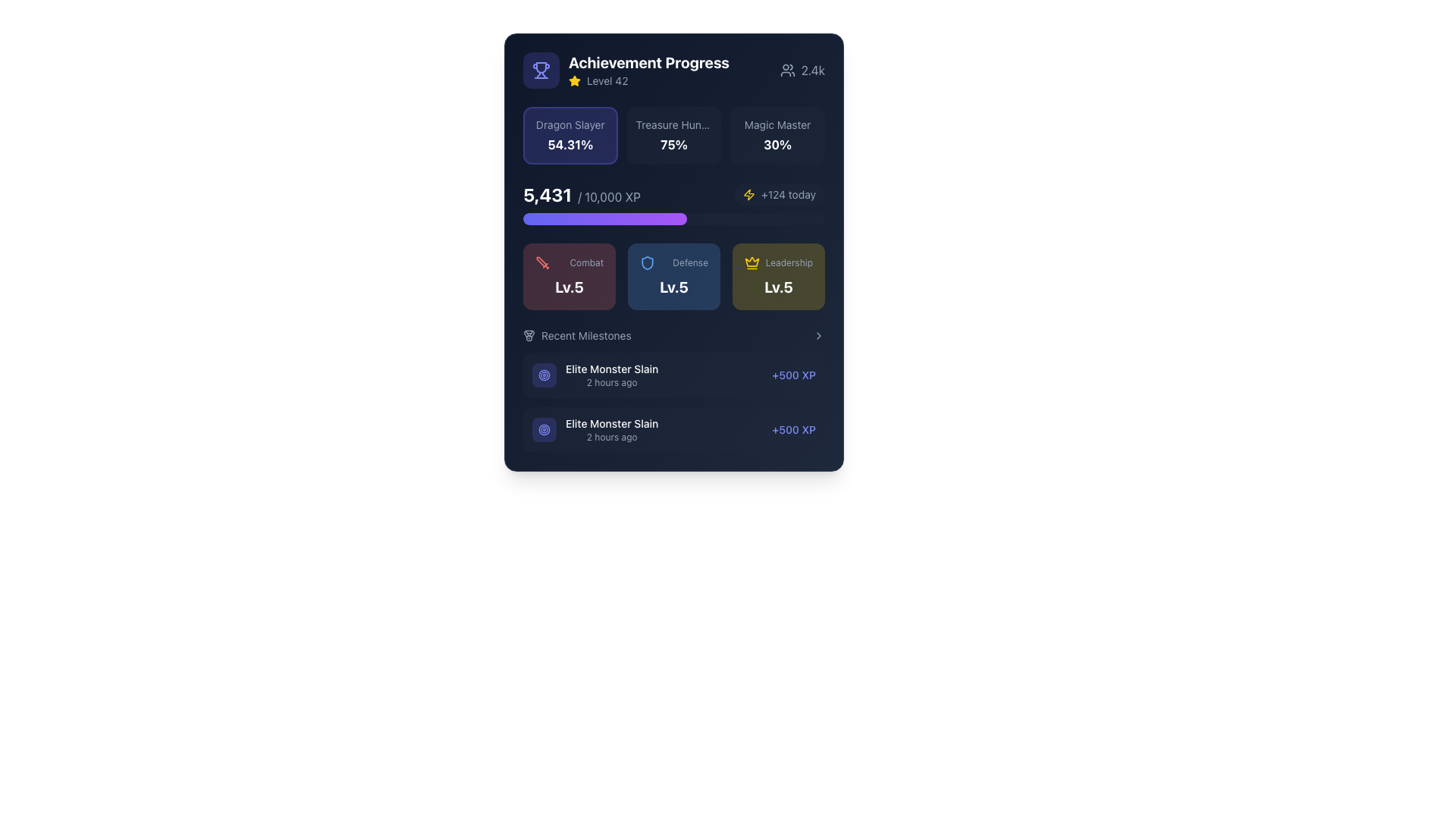  I want to click on the second informational block displaying the progress percentage for the 'Treasure Hunter' achievement, so click(673, 134).